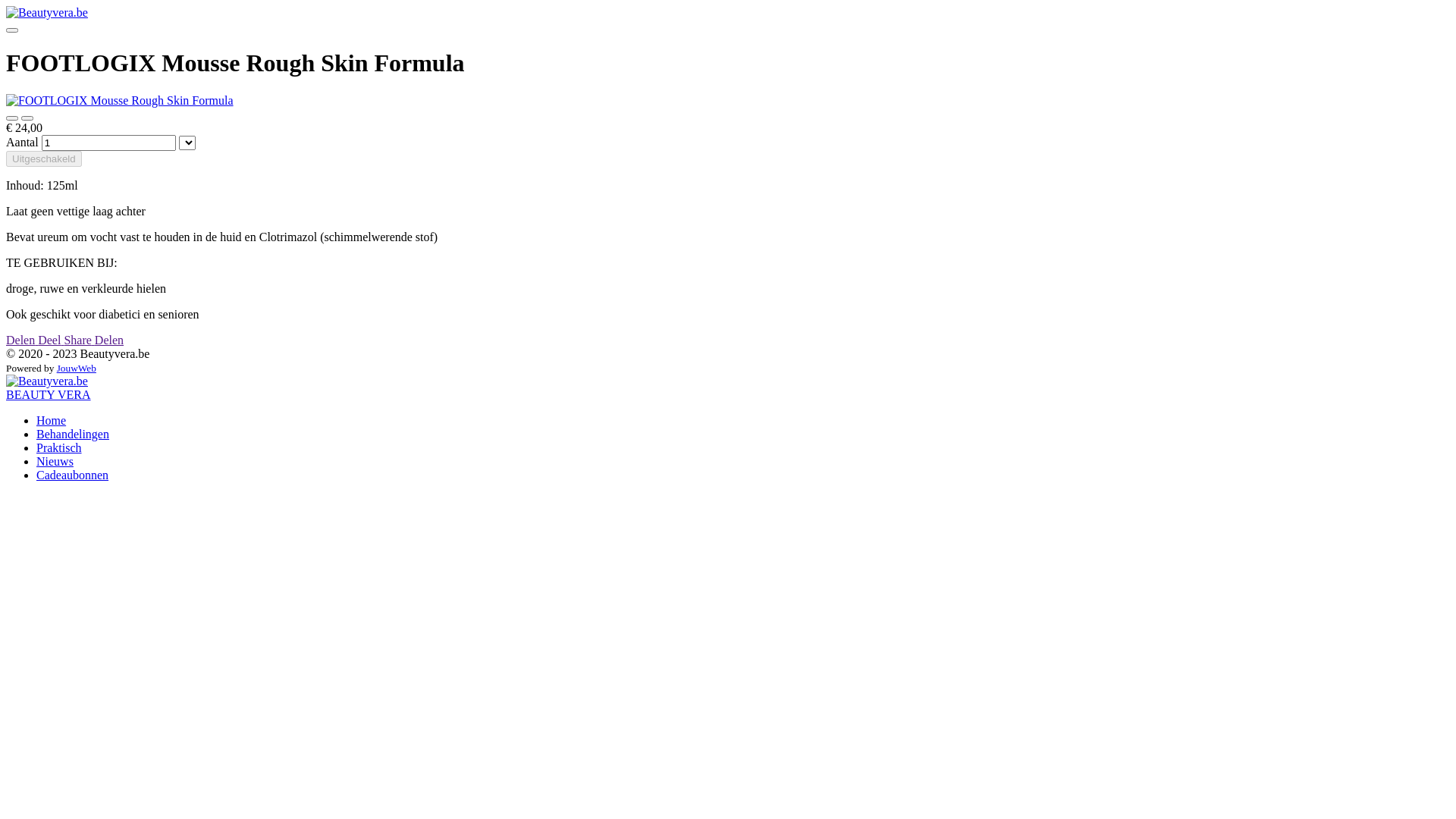 This screenshot has width=1456, height=819. I want to click on 'Uitgeschakeld', so click(43, 158).